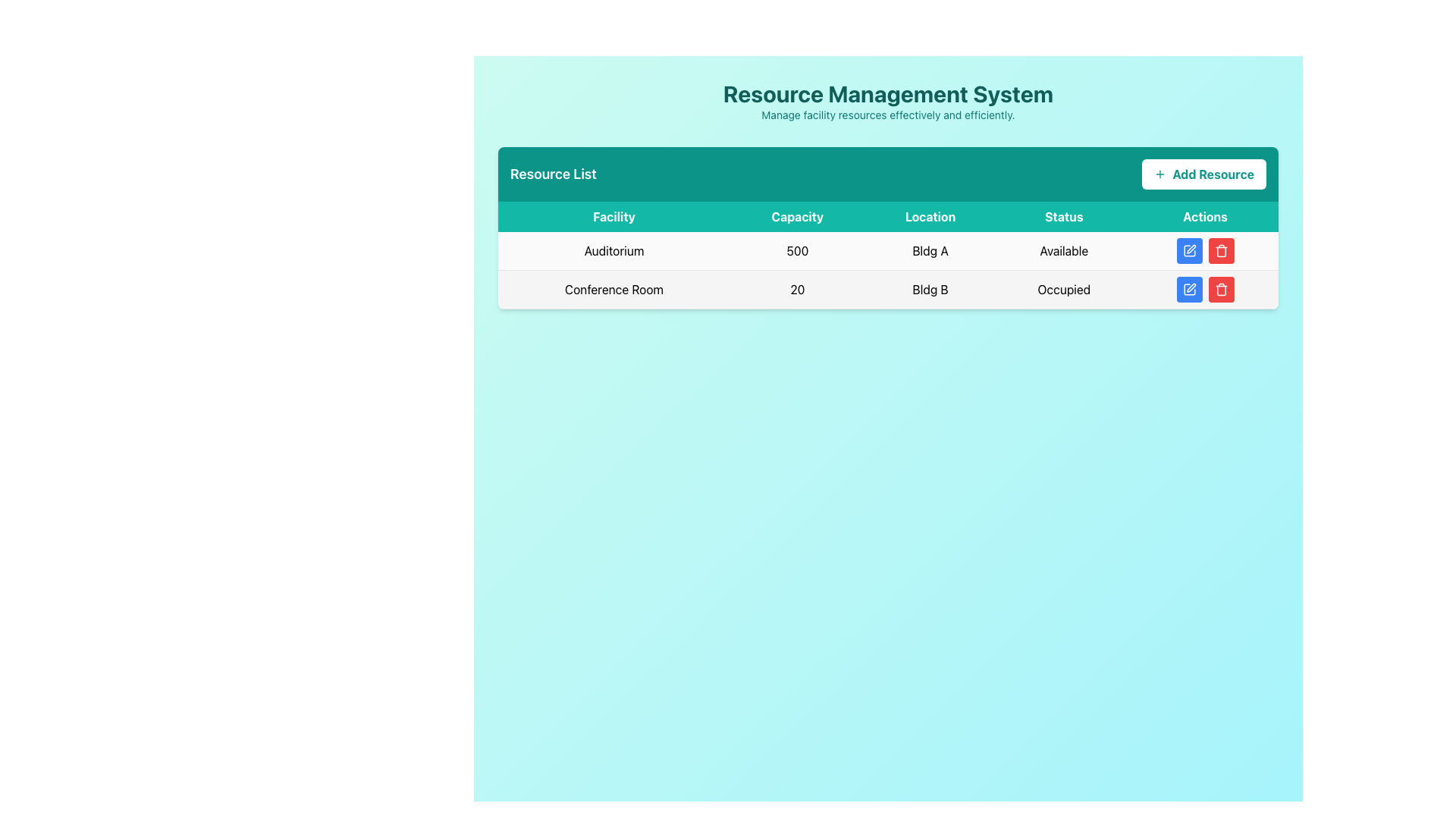  Describe the element at coordinates (1188, 289) in the screenshot. I see `the 'Edit' button in the 'Actions' column of the second row in the resource table` at that location.